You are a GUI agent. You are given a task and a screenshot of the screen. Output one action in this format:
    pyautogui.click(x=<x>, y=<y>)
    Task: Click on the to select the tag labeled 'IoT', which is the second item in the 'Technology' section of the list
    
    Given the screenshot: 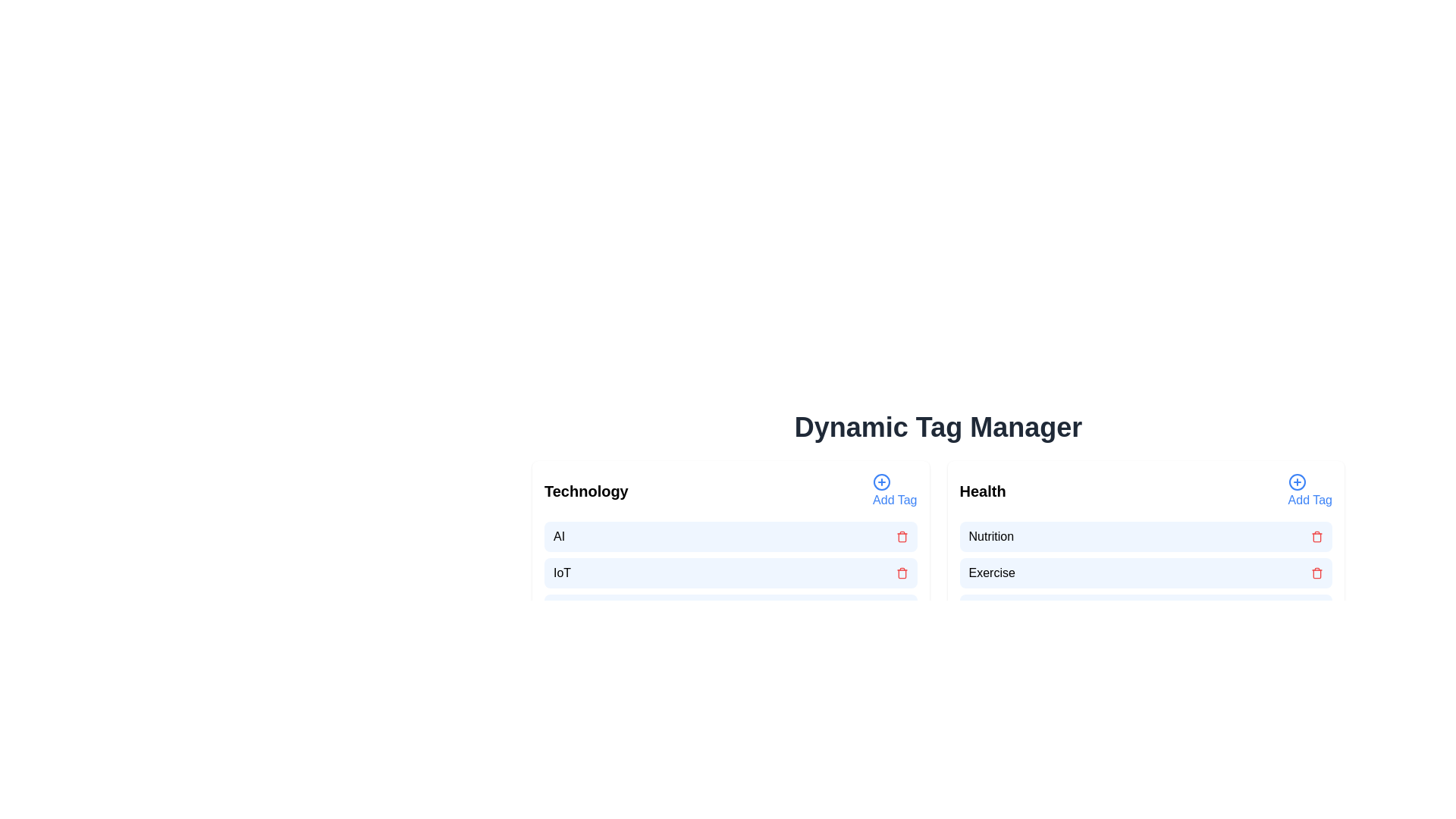 What is the action you would take?
    pyautogui.click(x=730, y=573)
    